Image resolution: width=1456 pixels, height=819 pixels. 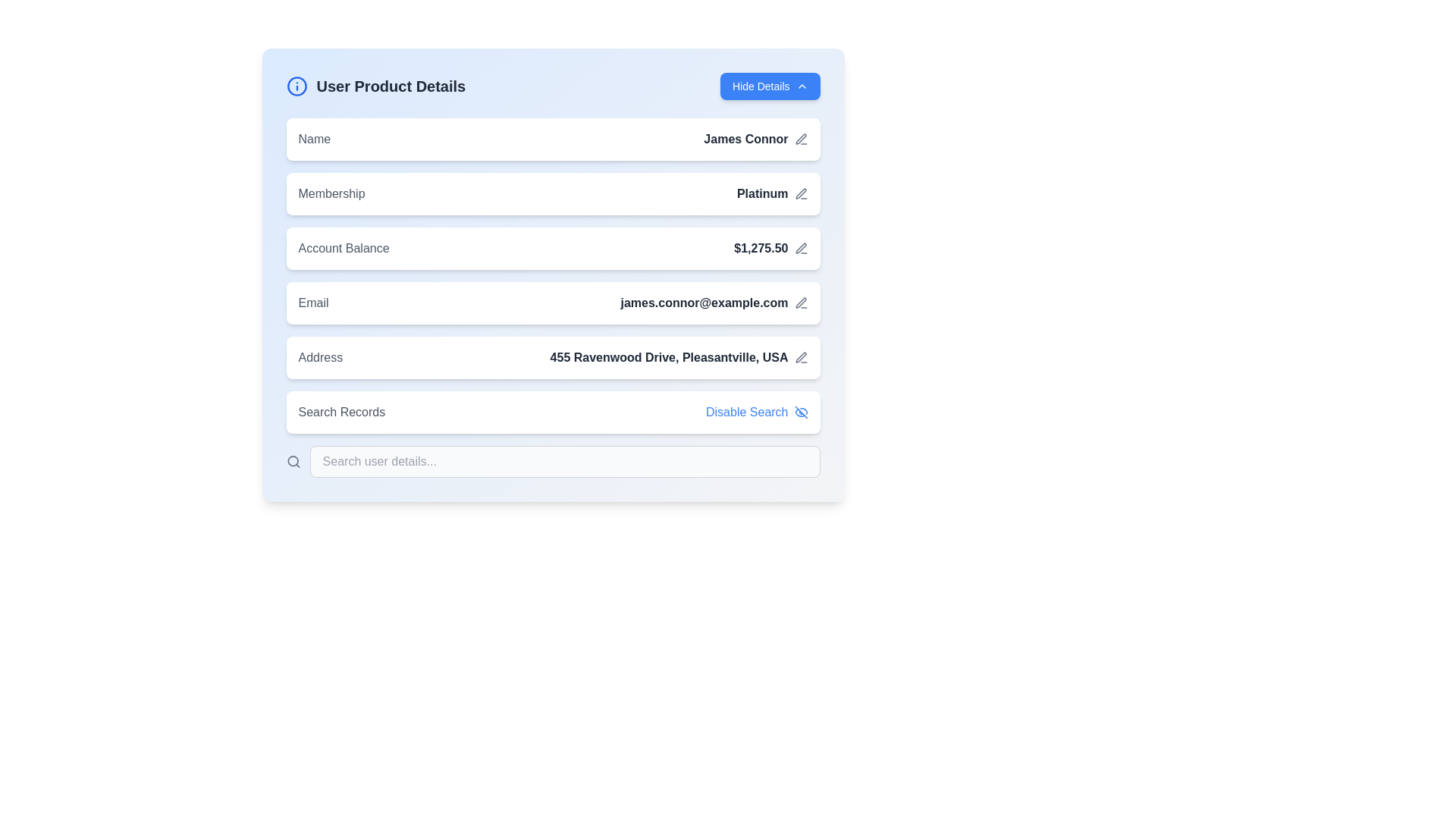 I want to click on the Text label displaying the user's address, which is positioned in the 'Address' section of the user details card, next to the pen icon, so click(x=678, y=357).